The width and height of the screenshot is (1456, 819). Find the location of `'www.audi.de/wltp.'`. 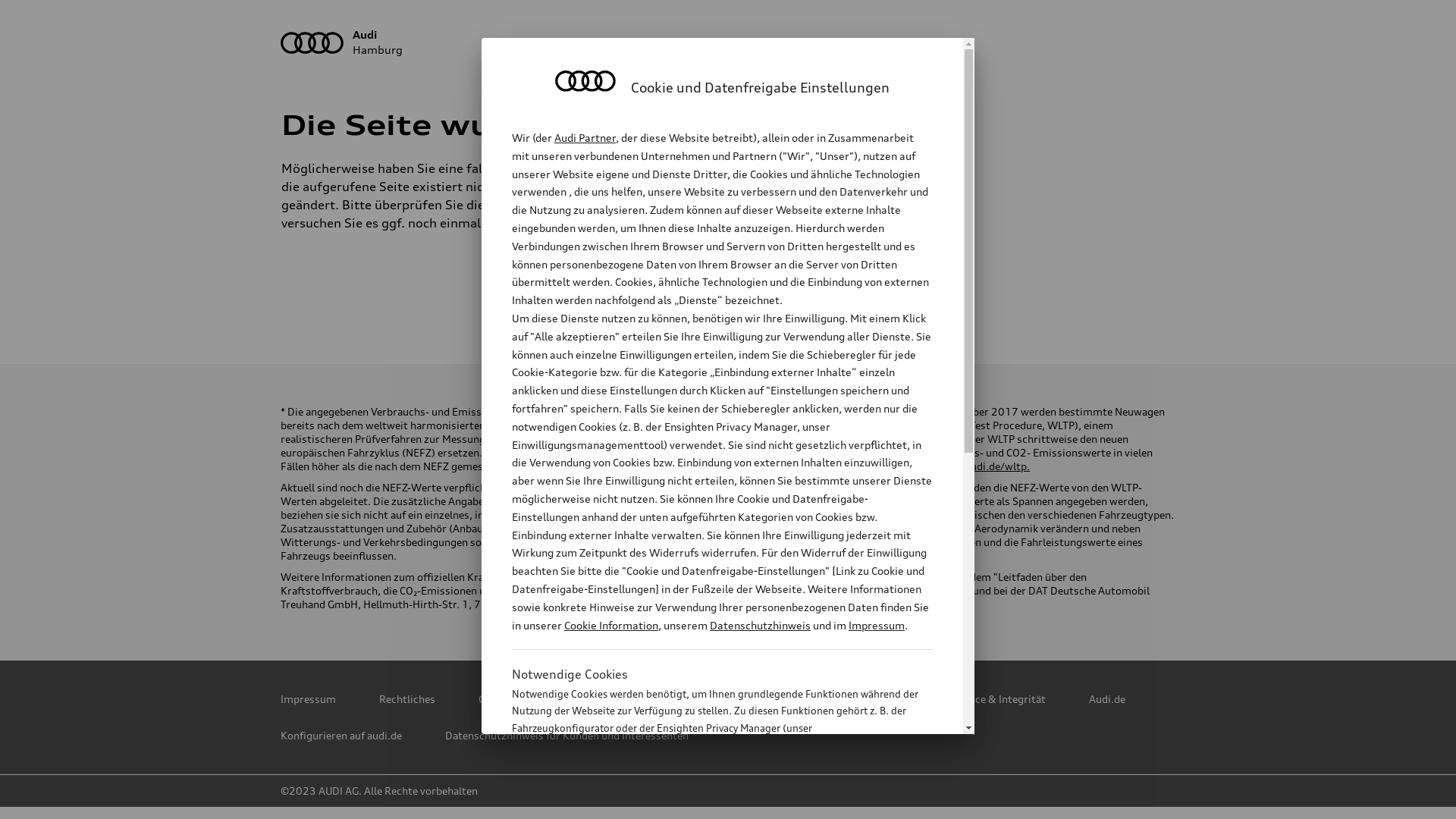

'www.audi.de/wltp.' is located at coordinates (984, 465).